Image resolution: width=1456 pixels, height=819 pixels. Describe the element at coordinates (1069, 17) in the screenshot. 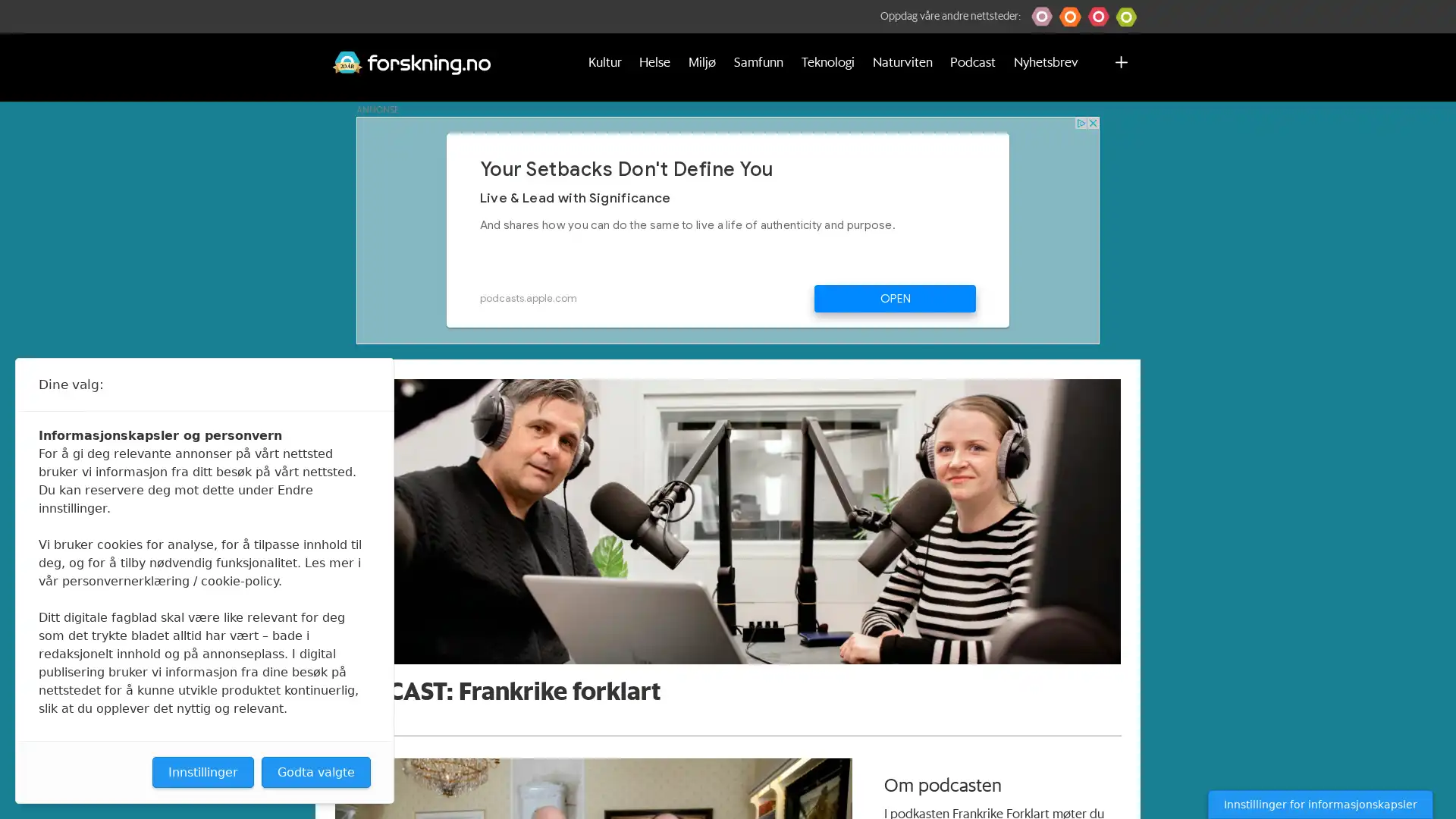

I see `logo for ung.forskning.no` at that location.